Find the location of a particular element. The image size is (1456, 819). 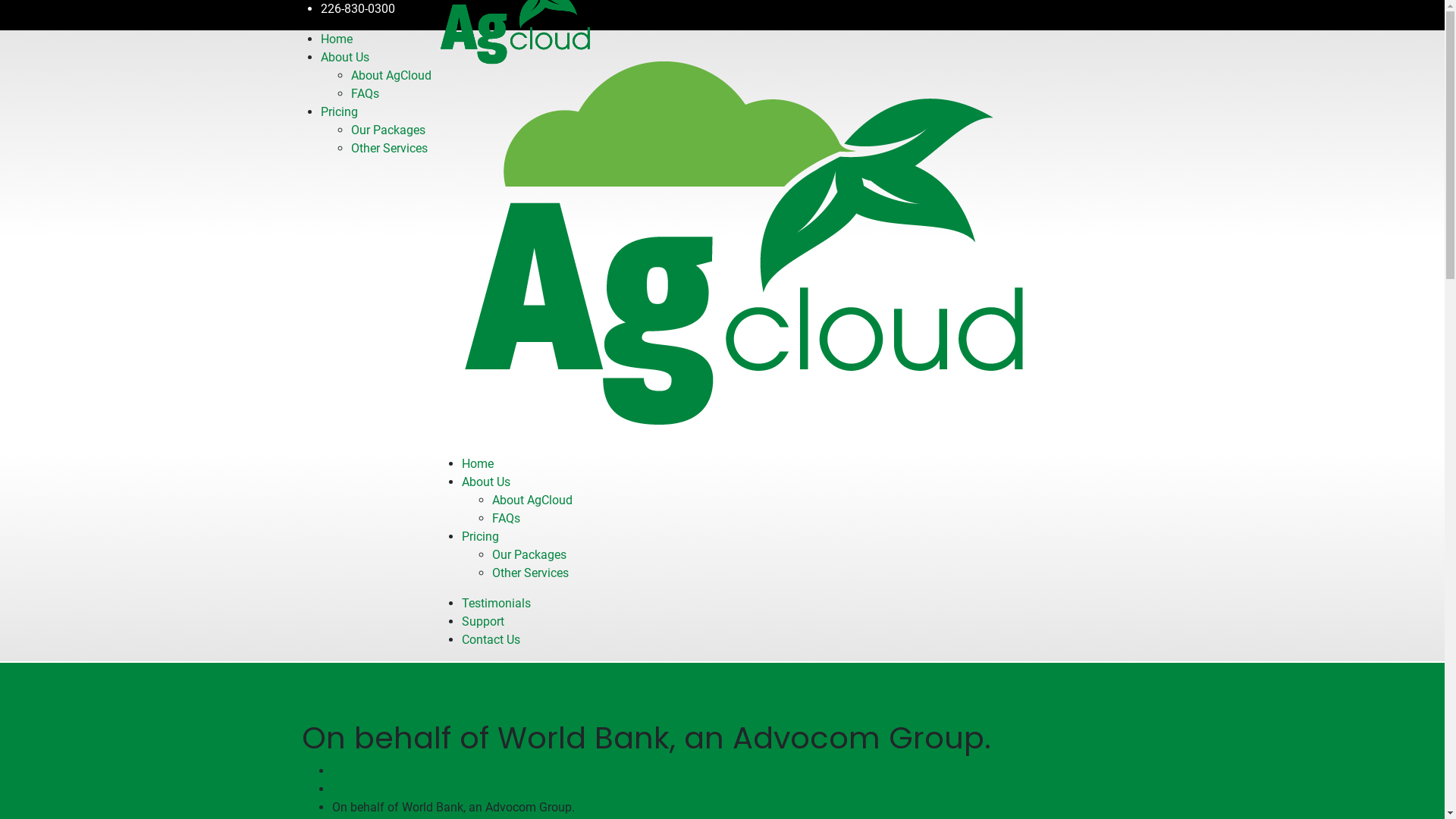

'Pricing' is located at coordinates (337, 111).